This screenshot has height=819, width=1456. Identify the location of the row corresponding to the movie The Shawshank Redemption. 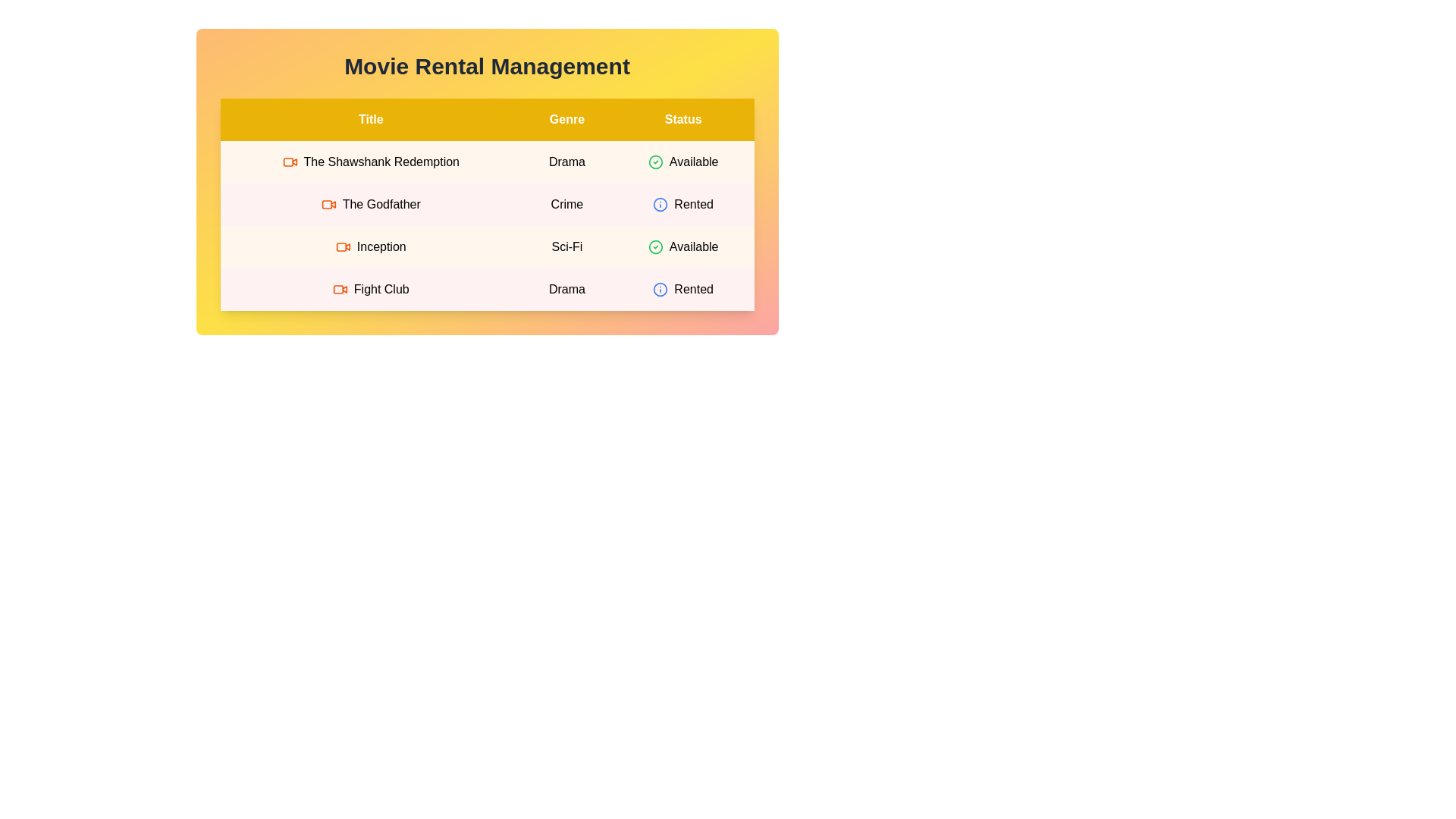
(487, 162).